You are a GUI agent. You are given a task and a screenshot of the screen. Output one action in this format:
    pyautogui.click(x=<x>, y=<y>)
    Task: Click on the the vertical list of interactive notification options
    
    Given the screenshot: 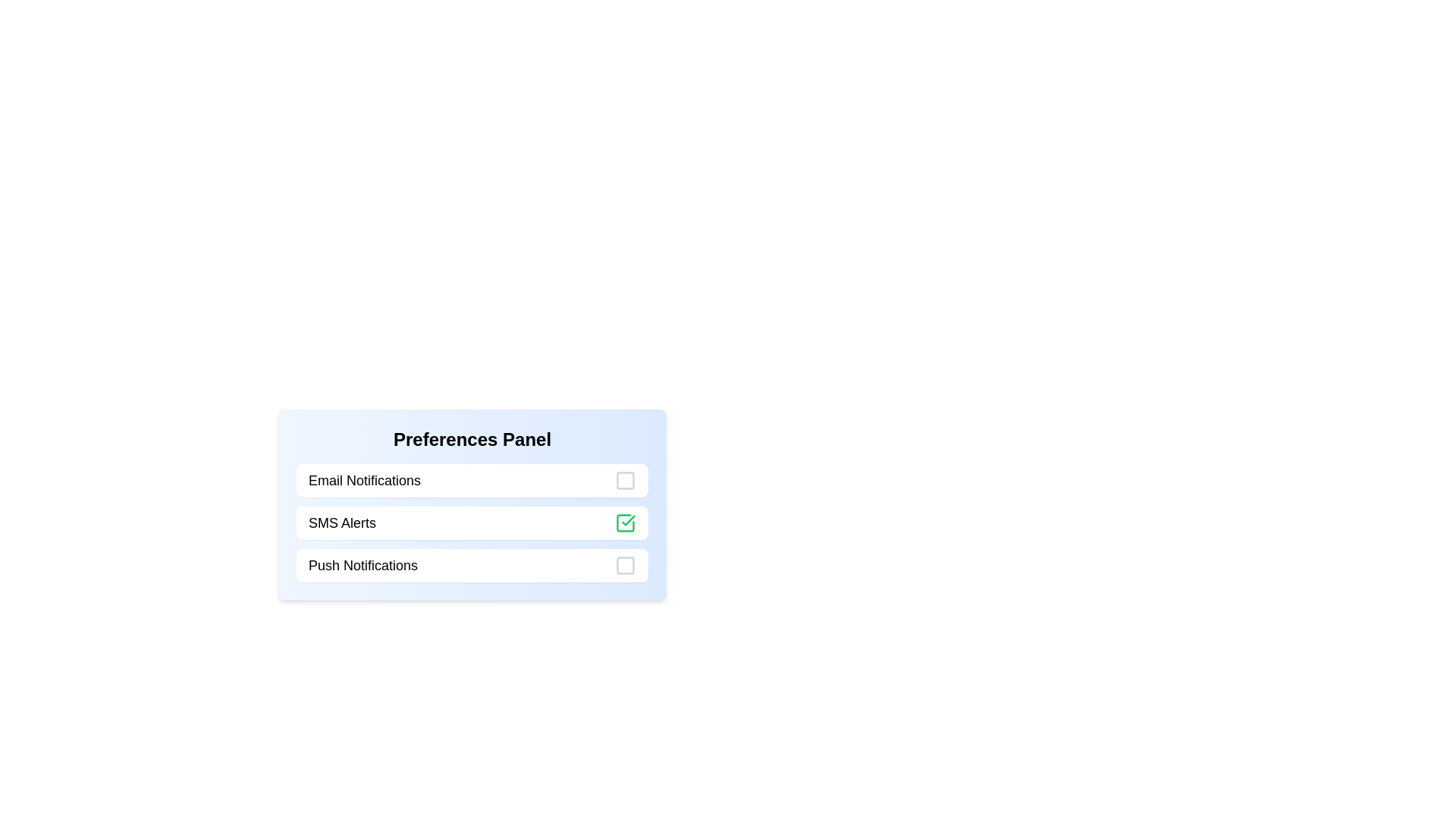 What is the action you would take?
    pyautogui.click(x=472, y=522)
    